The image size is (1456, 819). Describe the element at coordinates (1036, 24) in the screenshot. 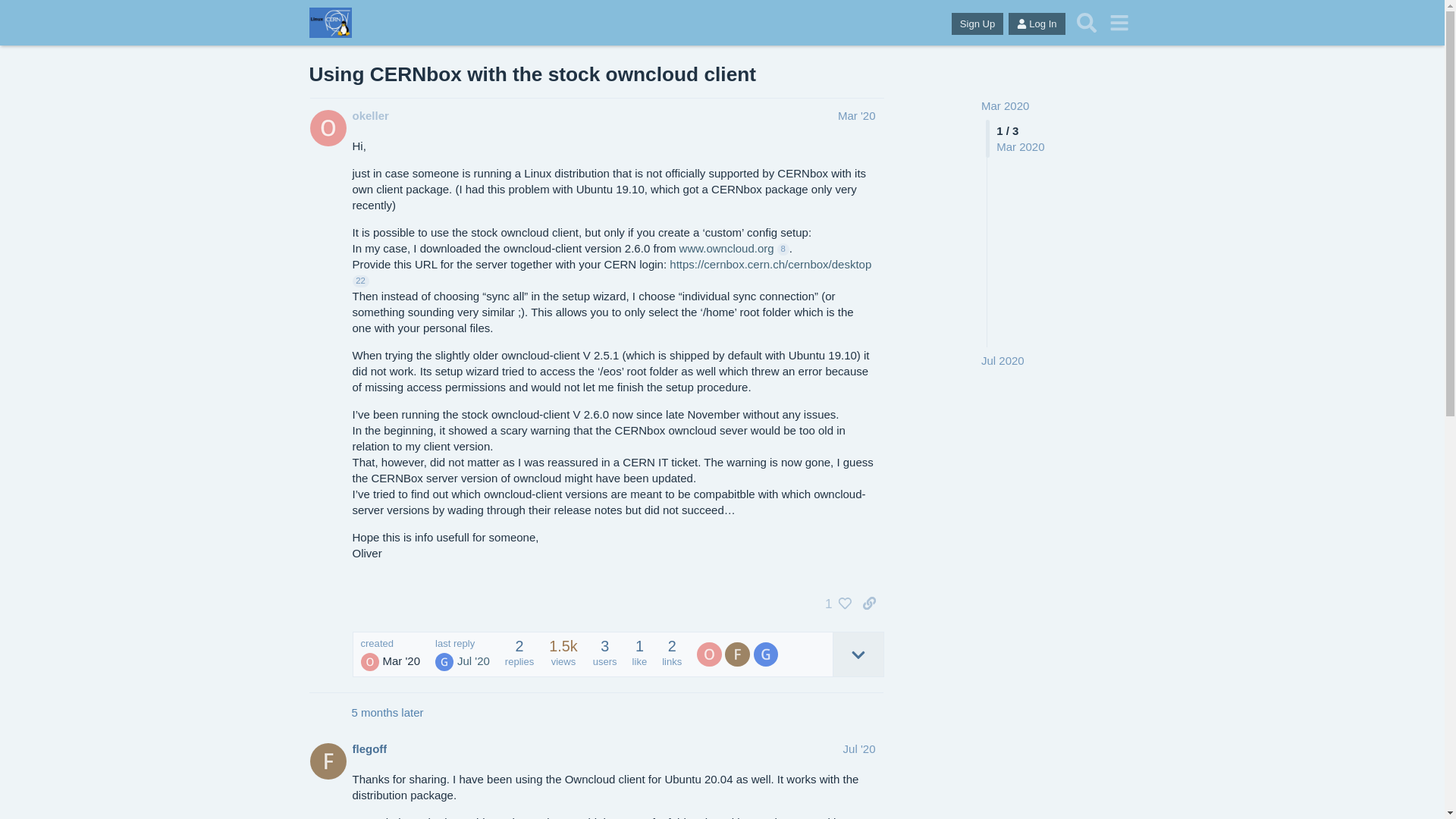

I see `'Log In'` at that location.